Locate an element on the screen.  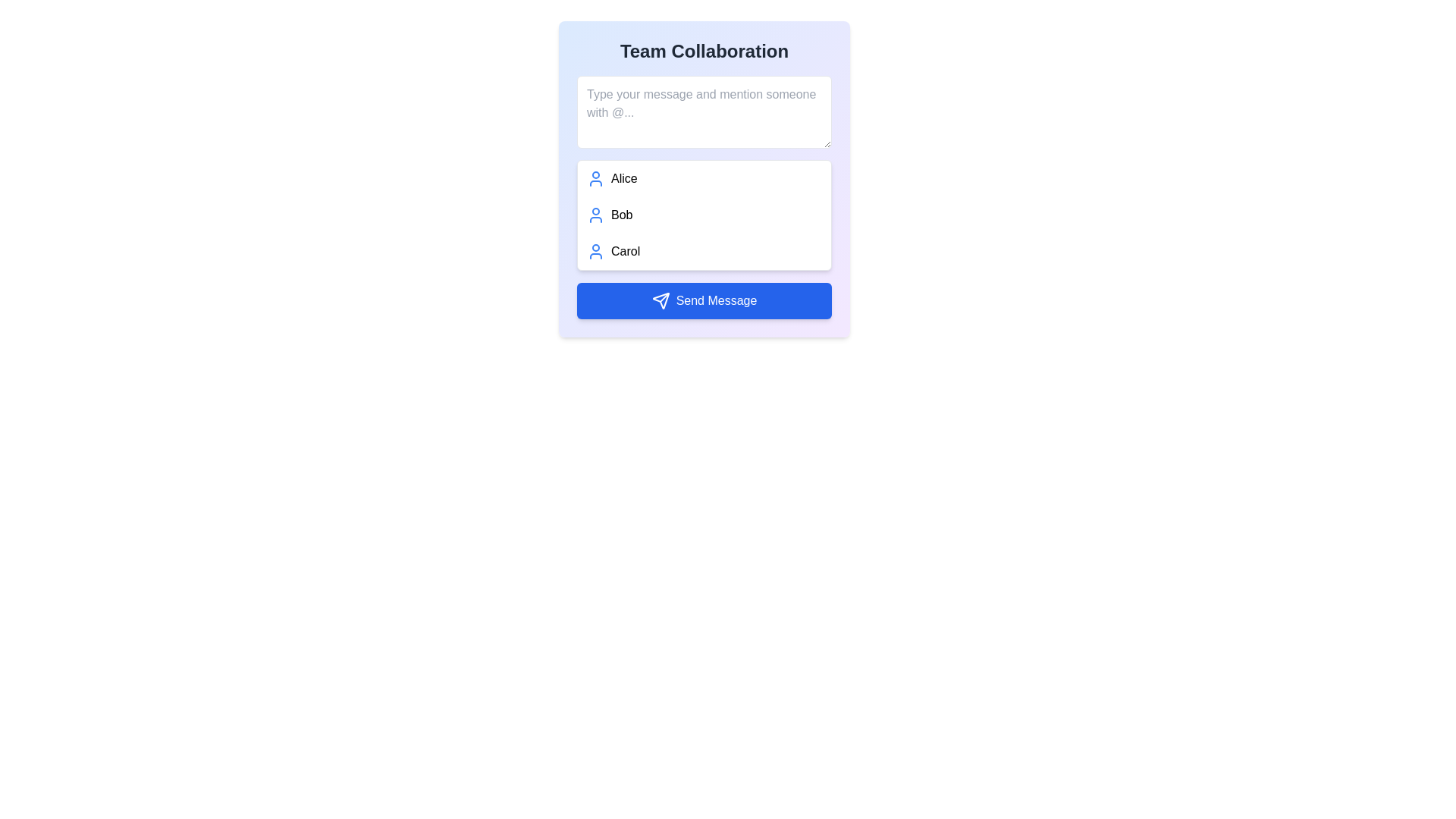
the blue user icon (SVG) located in the third entry of the vertically stacked list, positioned to the left of the text 'Carol' is located at coordinates (595, 250).